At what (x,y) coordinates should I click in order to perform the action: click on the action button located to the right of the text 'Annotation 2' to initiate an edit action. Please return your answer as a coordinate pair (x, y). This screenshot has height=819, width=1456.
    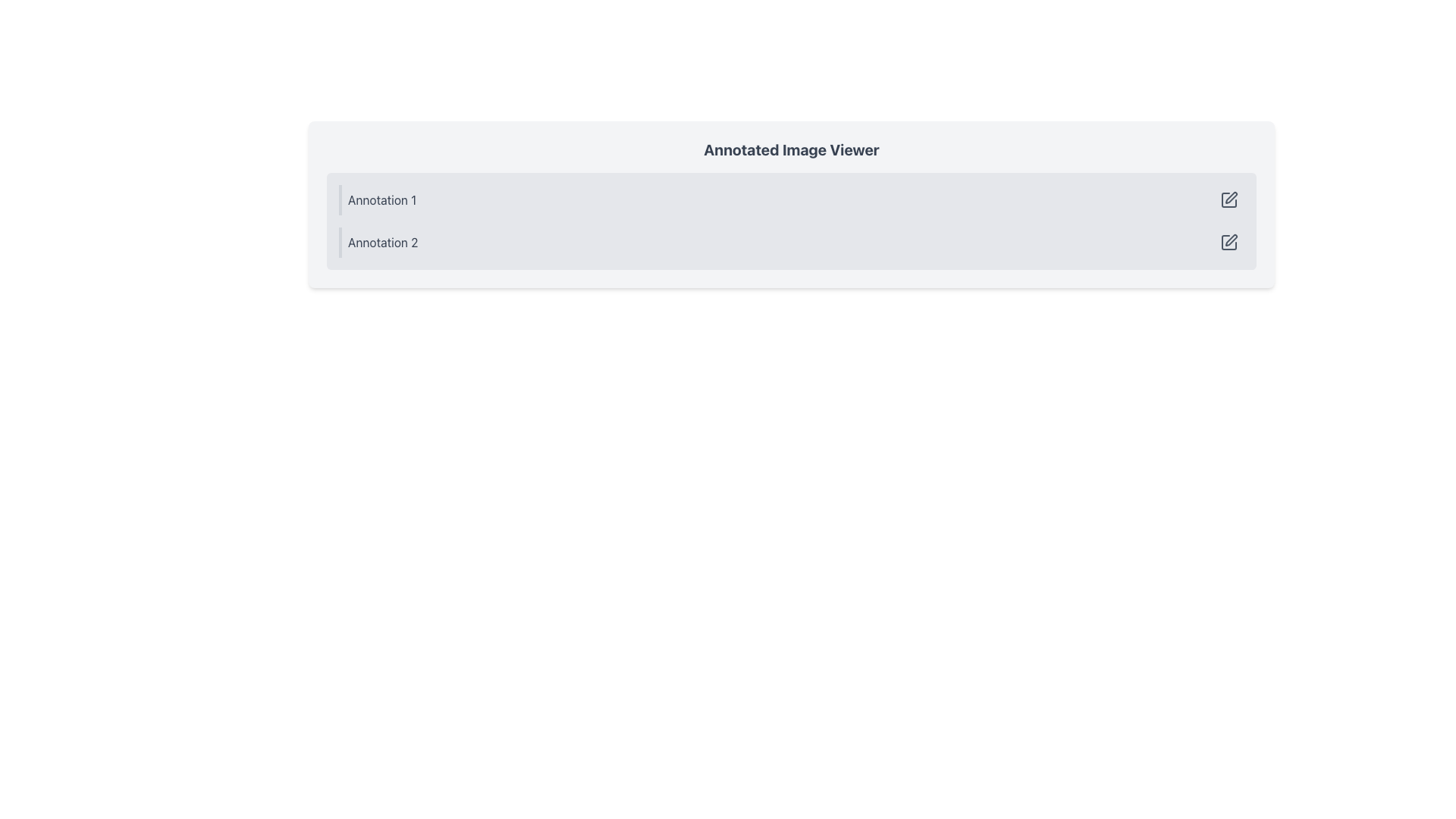
    Looking at the image, I should click on (1229, 242).